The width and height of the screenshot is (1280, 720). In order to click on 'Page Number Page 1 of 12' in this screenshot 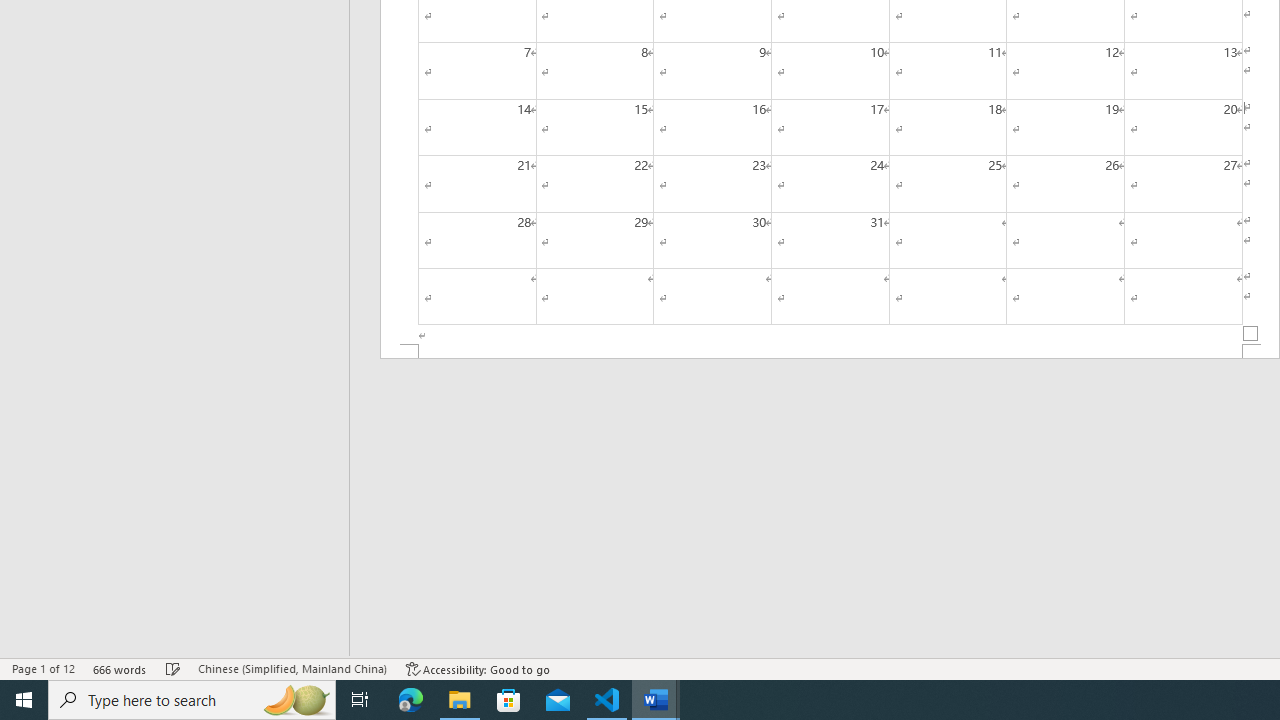, I will do `click(43, 669)`.